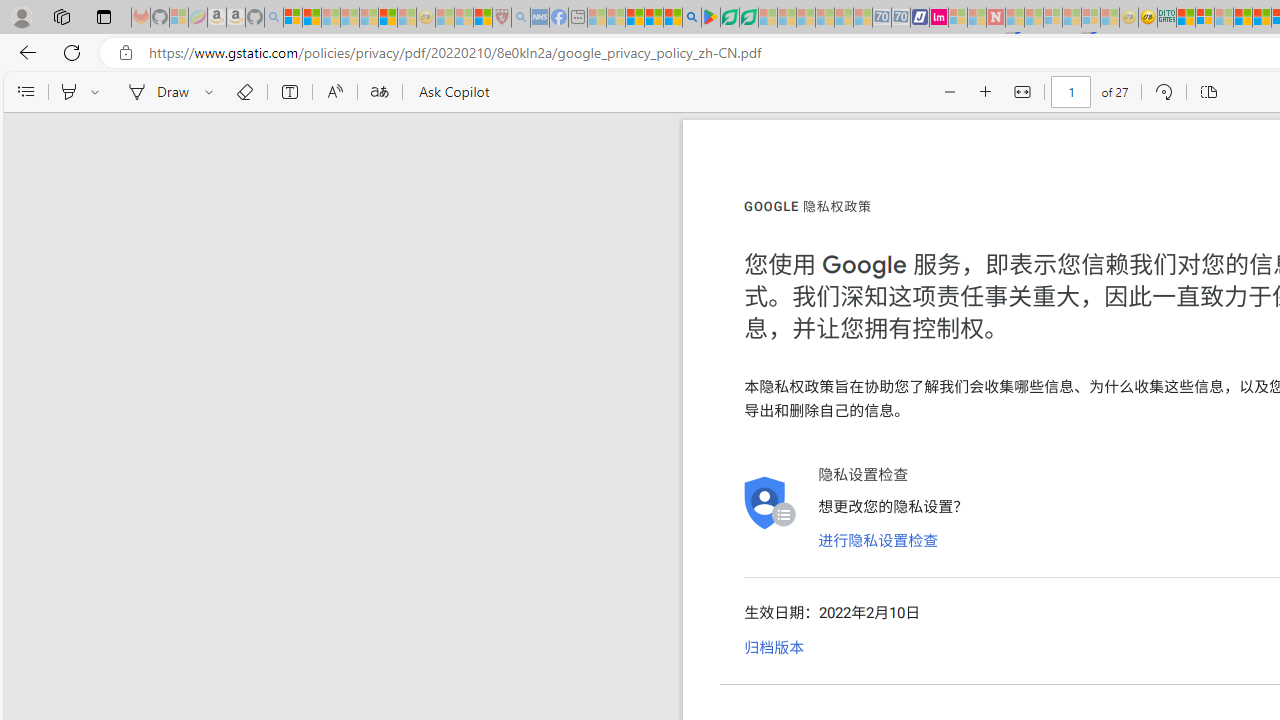 This screenshot has width=1280, height=720. Describe the element at coordinates (379, 92) in the screenshot. I see `'Translate'` at that location.